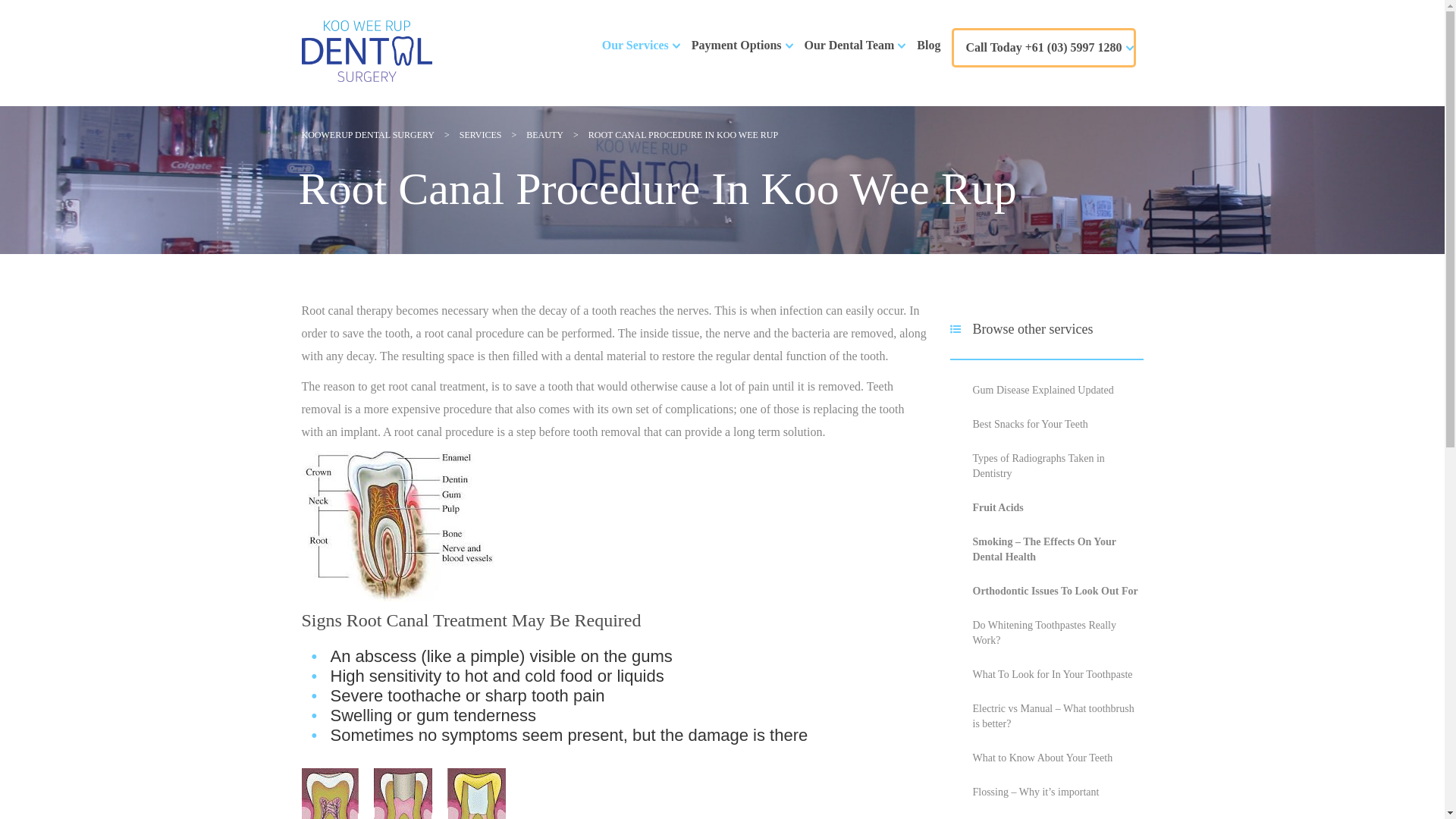  What do you see at coordinates (1041, 389) in the screenshot?
I see `'Gum Disease Explained Updated'` at bounding box center [1041, 389].